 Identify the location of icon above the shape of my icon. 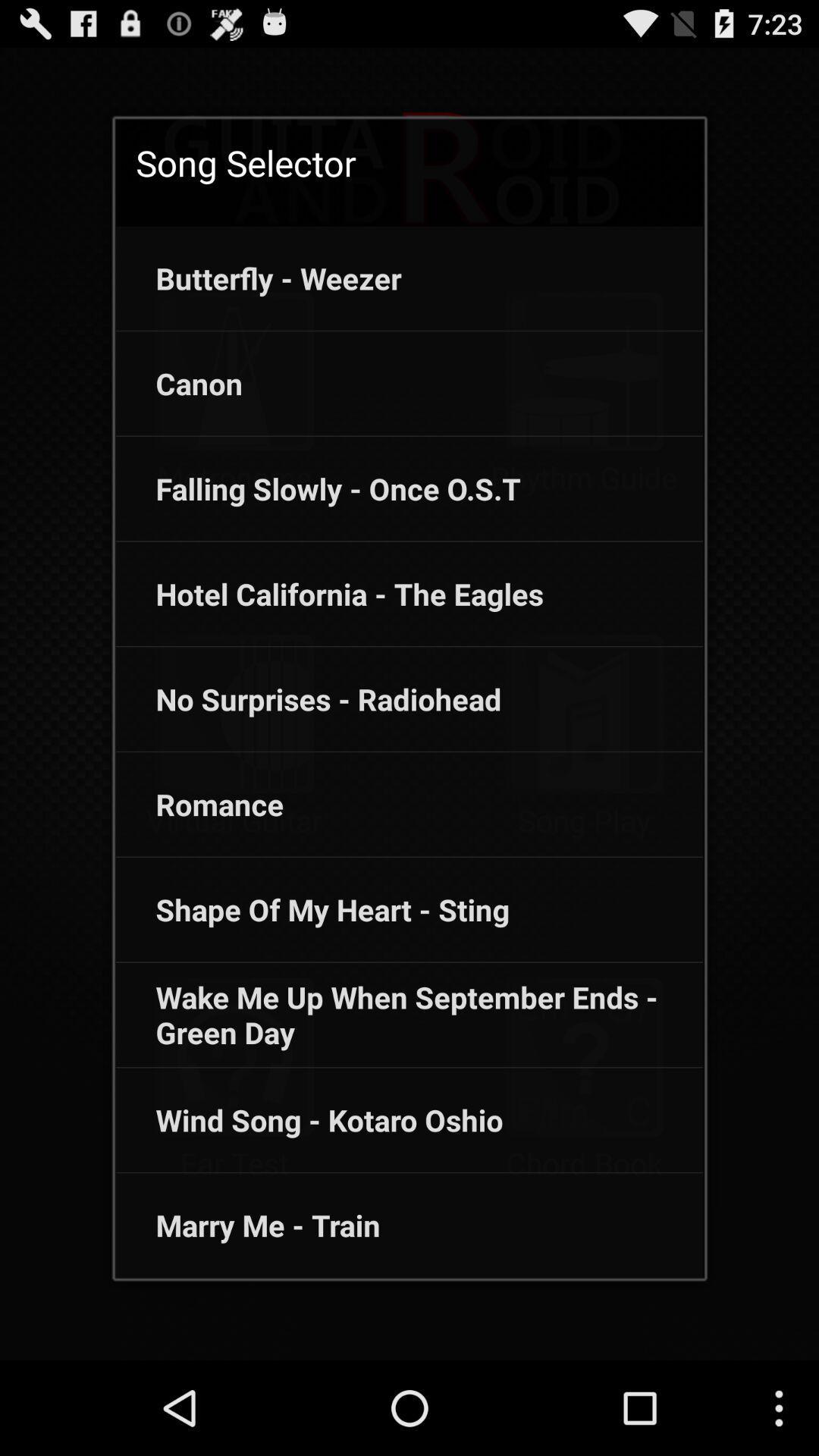
(199, 803).